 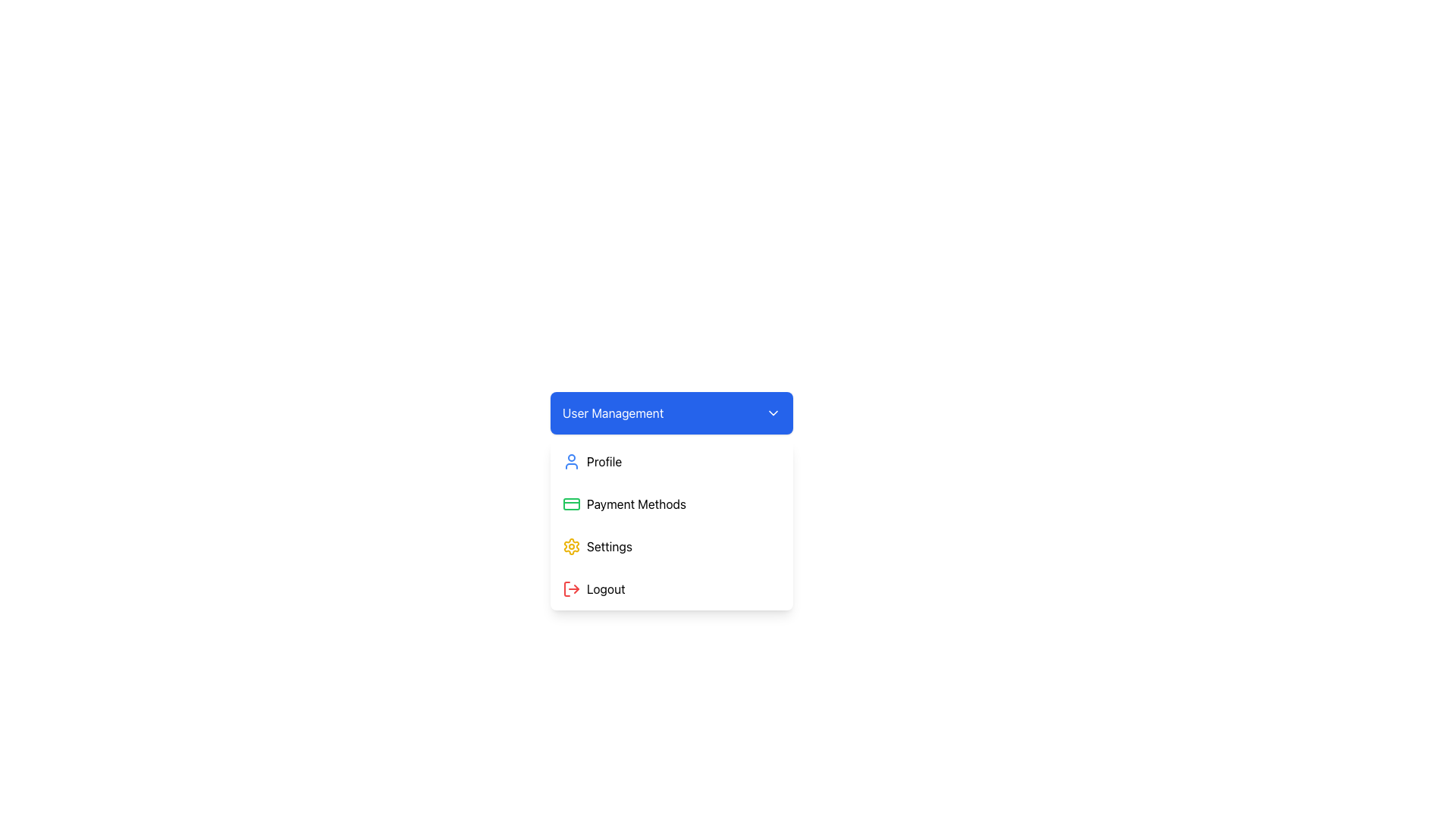 What do you see at coordinates (671, 413) in the screenshot?
I see `the Dropdown trigger button located at the top of the vertical list` at bounding box center [671, 413].